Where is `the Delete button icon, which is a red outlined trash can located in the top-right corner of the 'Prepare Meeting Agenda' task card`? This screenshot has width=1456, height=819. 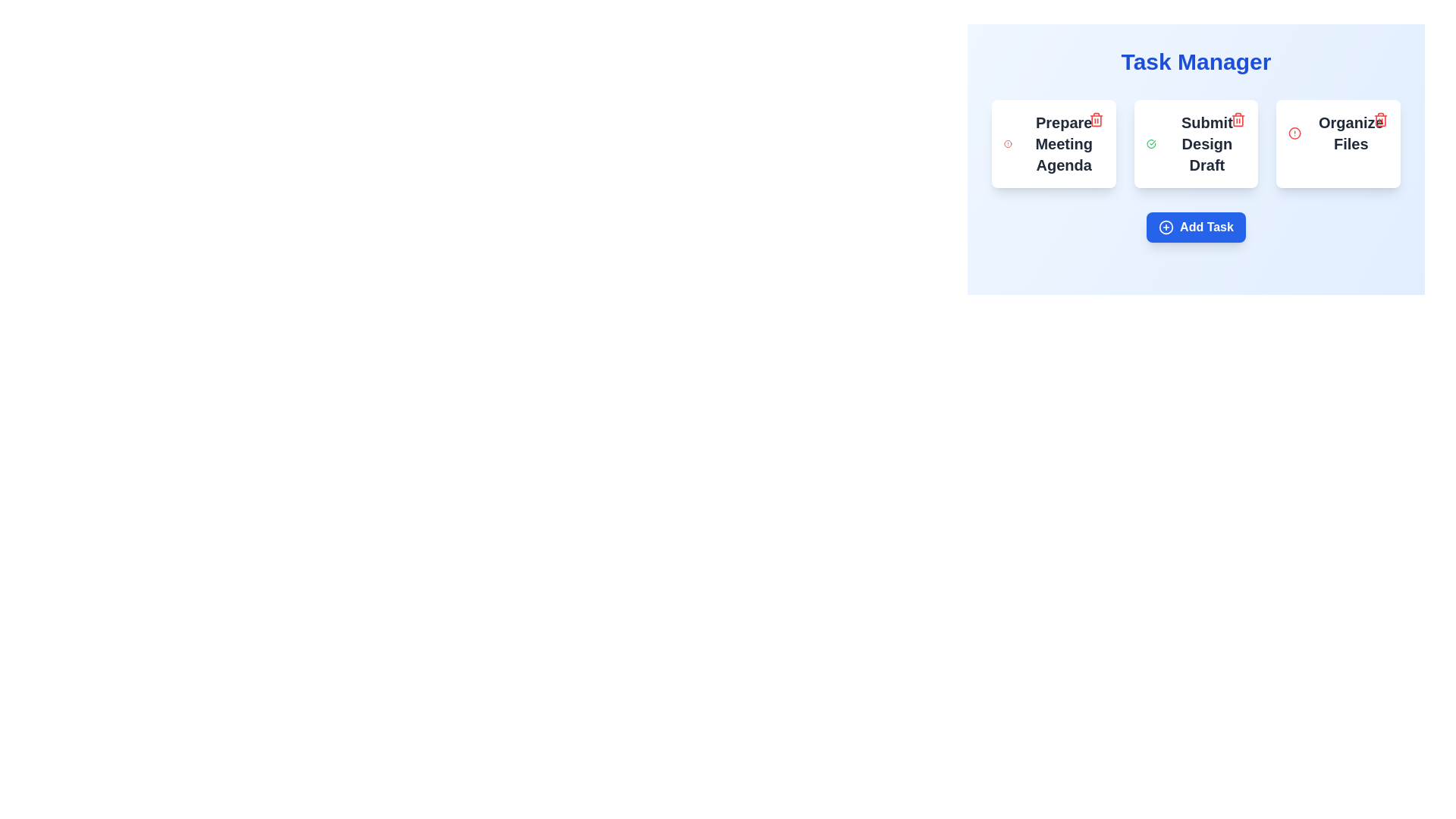 the Delete button icon, which is a red outlined trash can located in the top-right corner of the 'Prepare Meeting Agenda' task card is located at coordinates (1096, 119).